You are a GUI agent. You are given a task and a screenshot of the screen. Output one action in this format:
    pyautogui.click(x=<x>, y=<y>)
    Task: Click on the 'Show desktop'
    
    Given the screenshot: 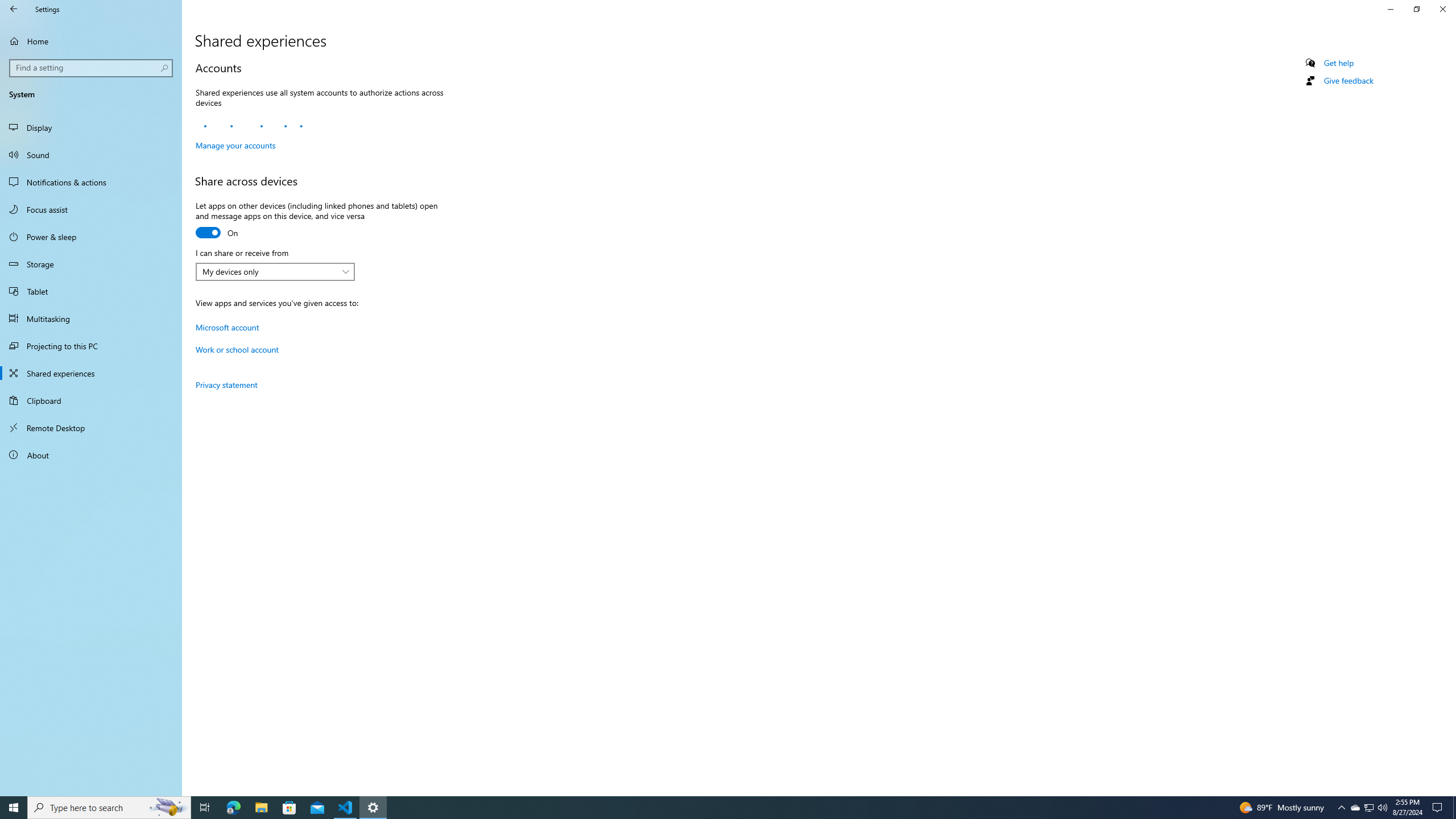 What is the action you would take?
    pyautogui.click(x=1454, y=806)
    